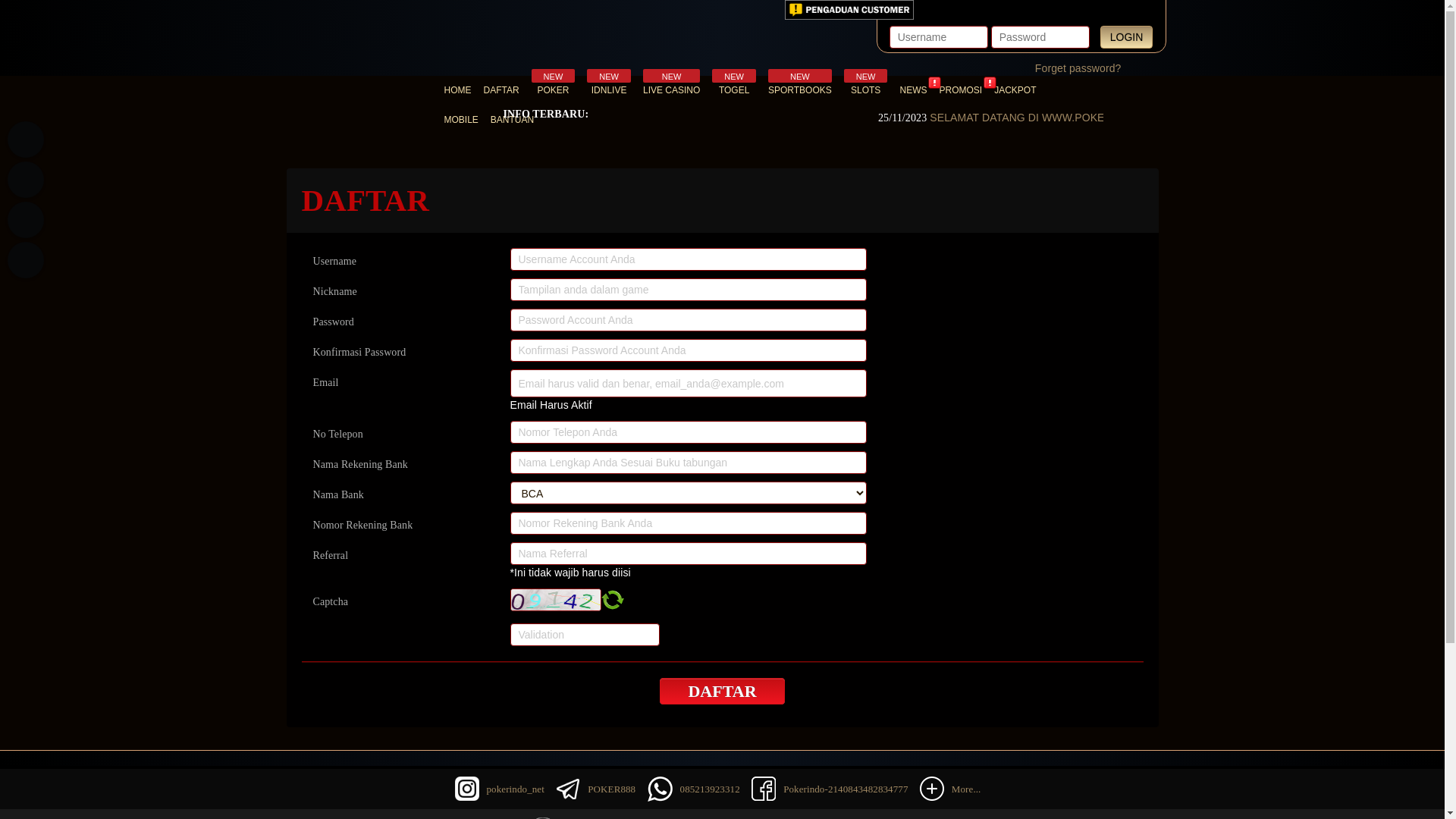  What do you see at coordinates (552, 90) in the screenshot?
I see `'NEW` at bounding box center [552, 90].